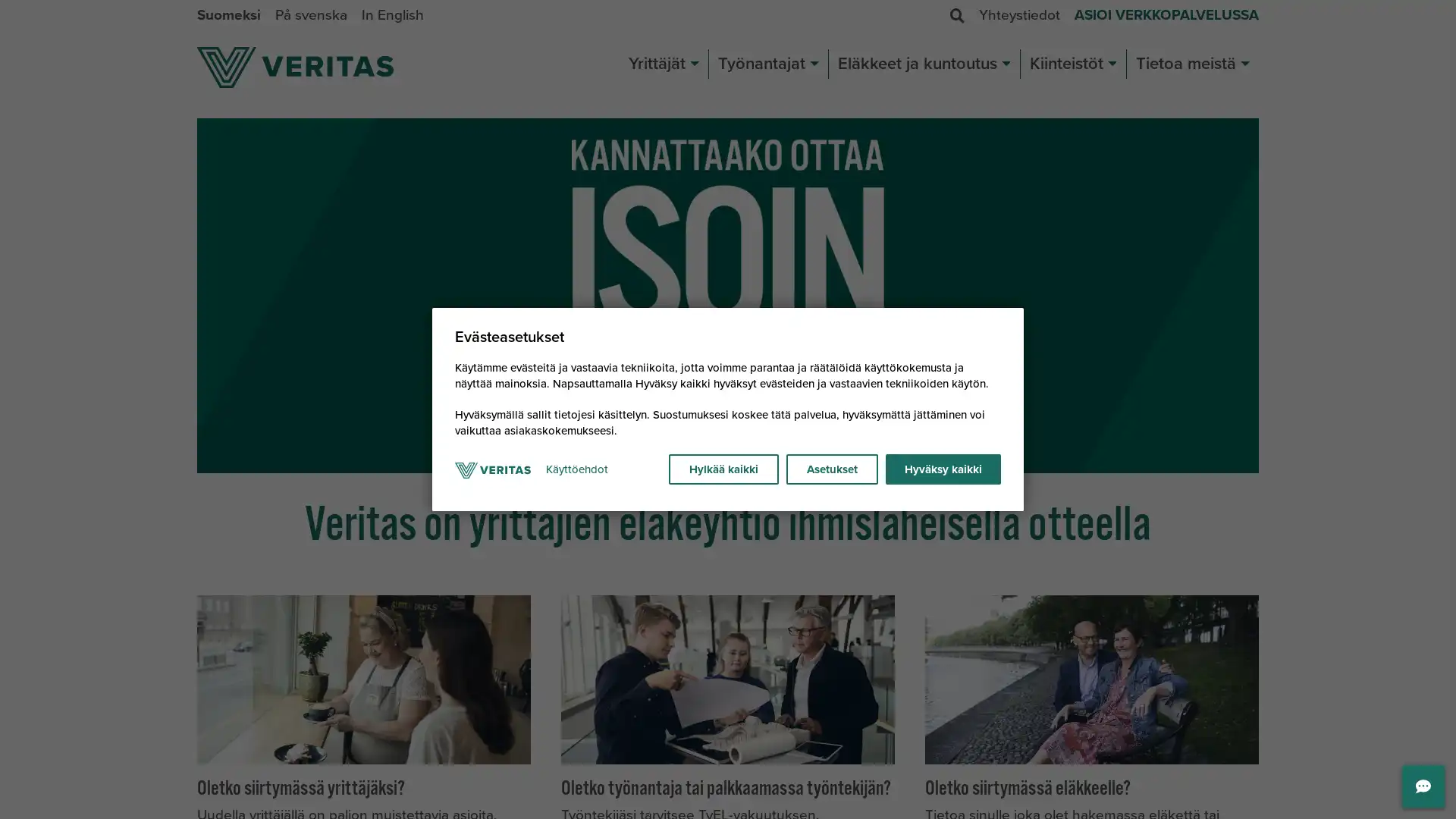 This screenshot has height=819, width=1456. I want to click on Hyvaksy kaikki, so click(942, 468).